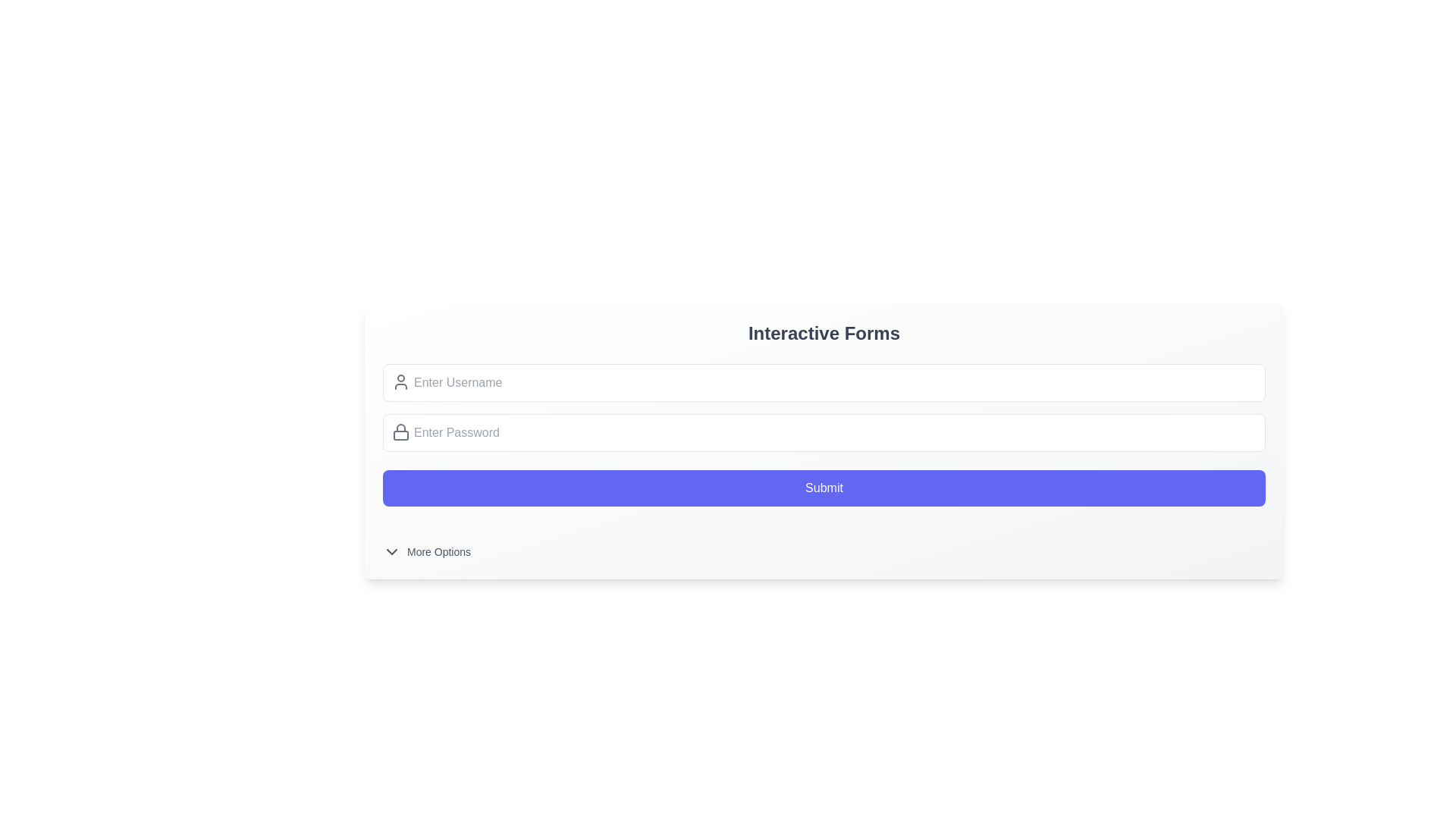 This screenshot has height=819, width=1456. Describe the element at coordinates (400, 435) in the screenshot. I see `the rectangular body of the lock icon, which is located to the left of the 'Enter Password' input field within the form area` at that location.